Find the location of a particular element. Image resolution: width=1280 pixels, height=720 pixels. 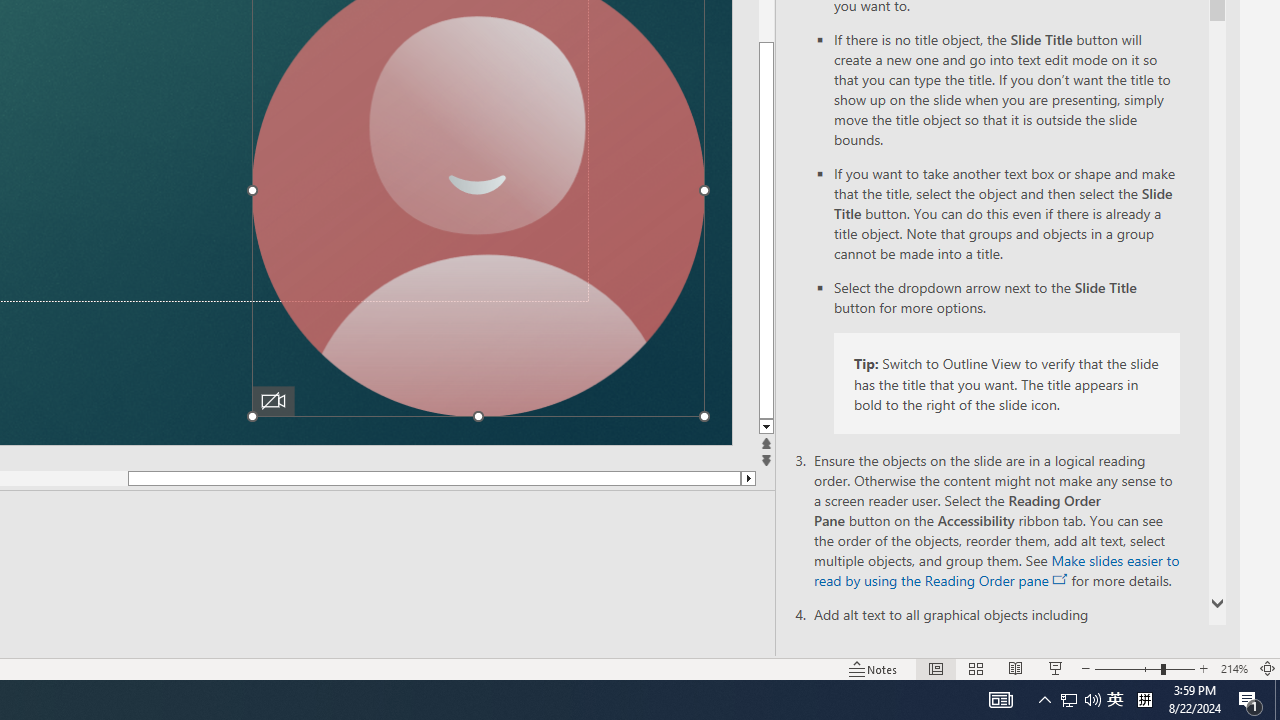

'openinnewwindow' is located at coordinates (1059, 579).